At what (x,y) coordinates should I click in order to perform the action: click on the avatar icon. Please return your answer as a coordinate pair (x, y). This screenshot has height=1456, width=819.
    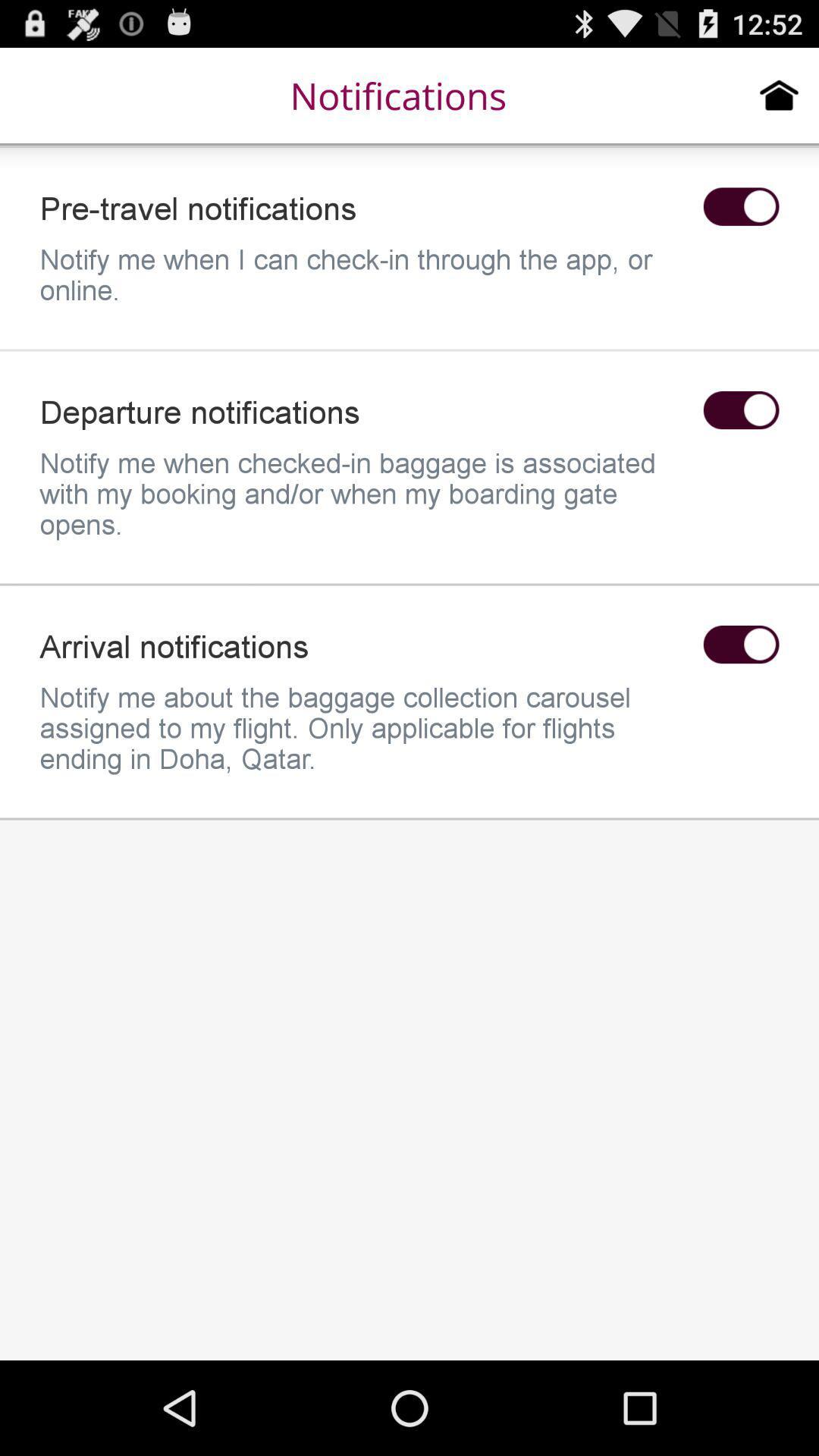
    Looking at the image, I should click on (740, 220).